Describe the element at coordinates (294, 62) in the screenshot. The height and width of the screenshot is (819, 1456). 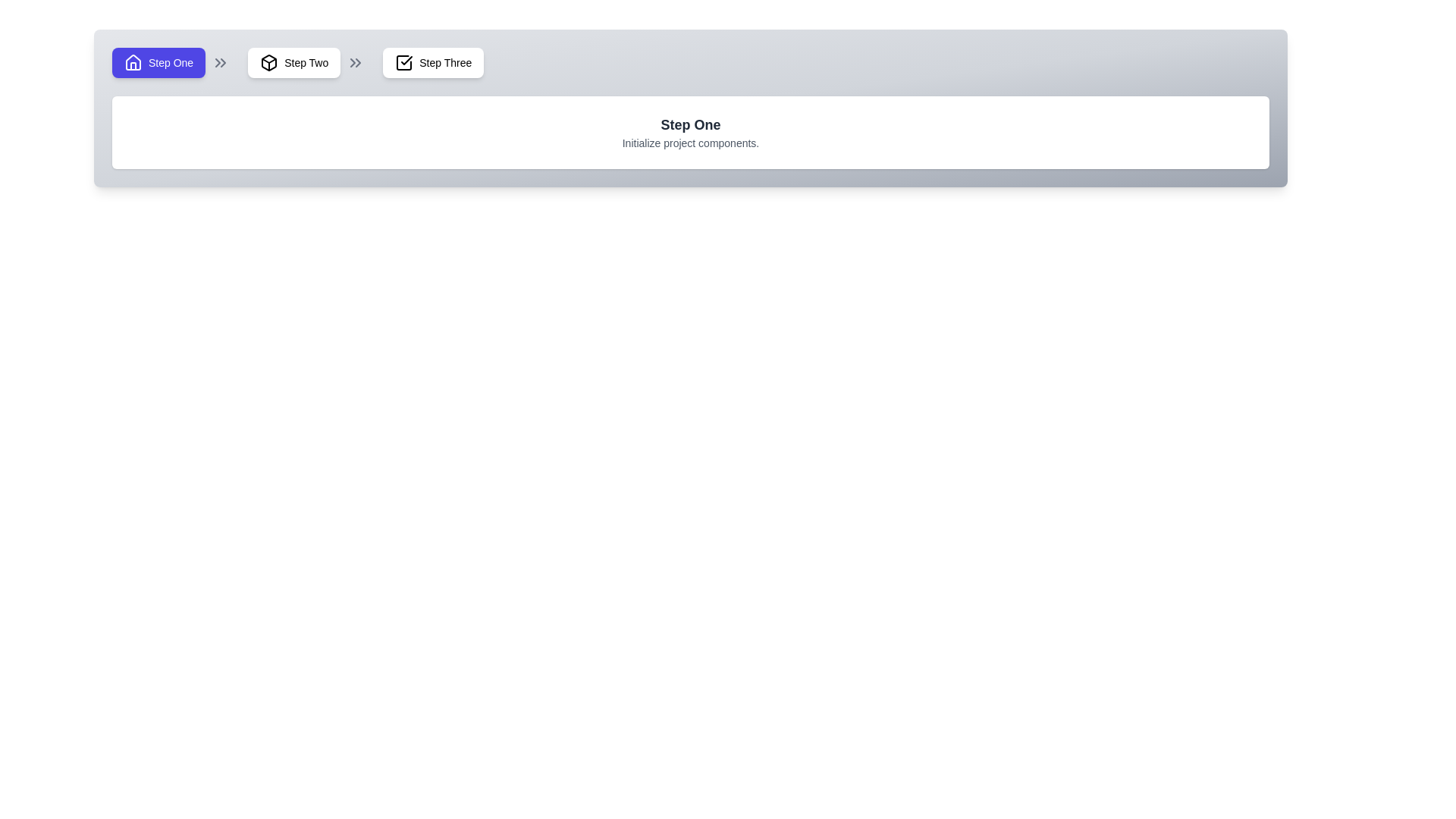
I see `the rounded button labeled 'Step Two' with a cube icon` at that location.